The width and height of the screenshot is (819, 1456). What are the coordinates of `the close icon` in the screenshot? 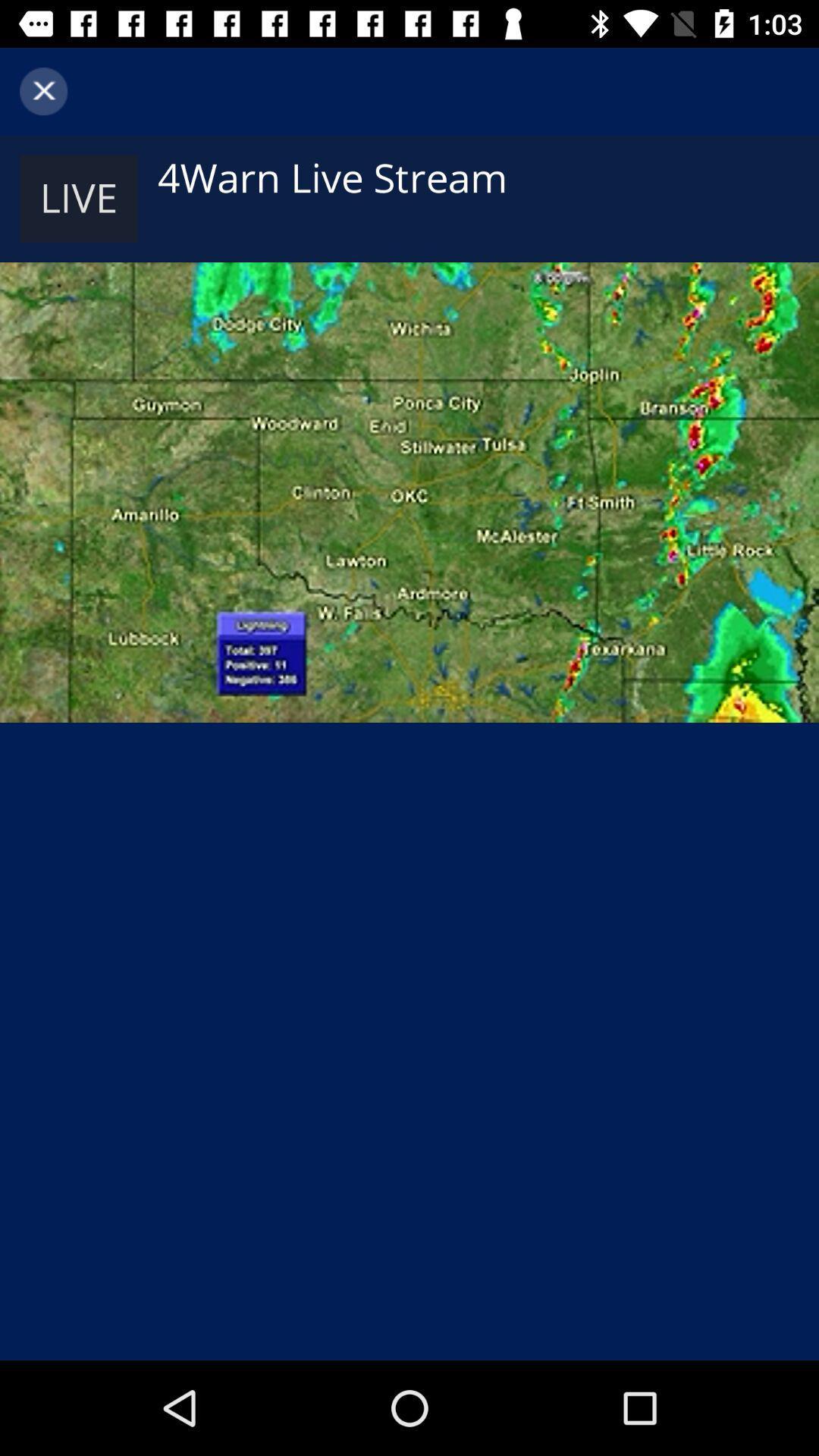 It's located at (42, 90).